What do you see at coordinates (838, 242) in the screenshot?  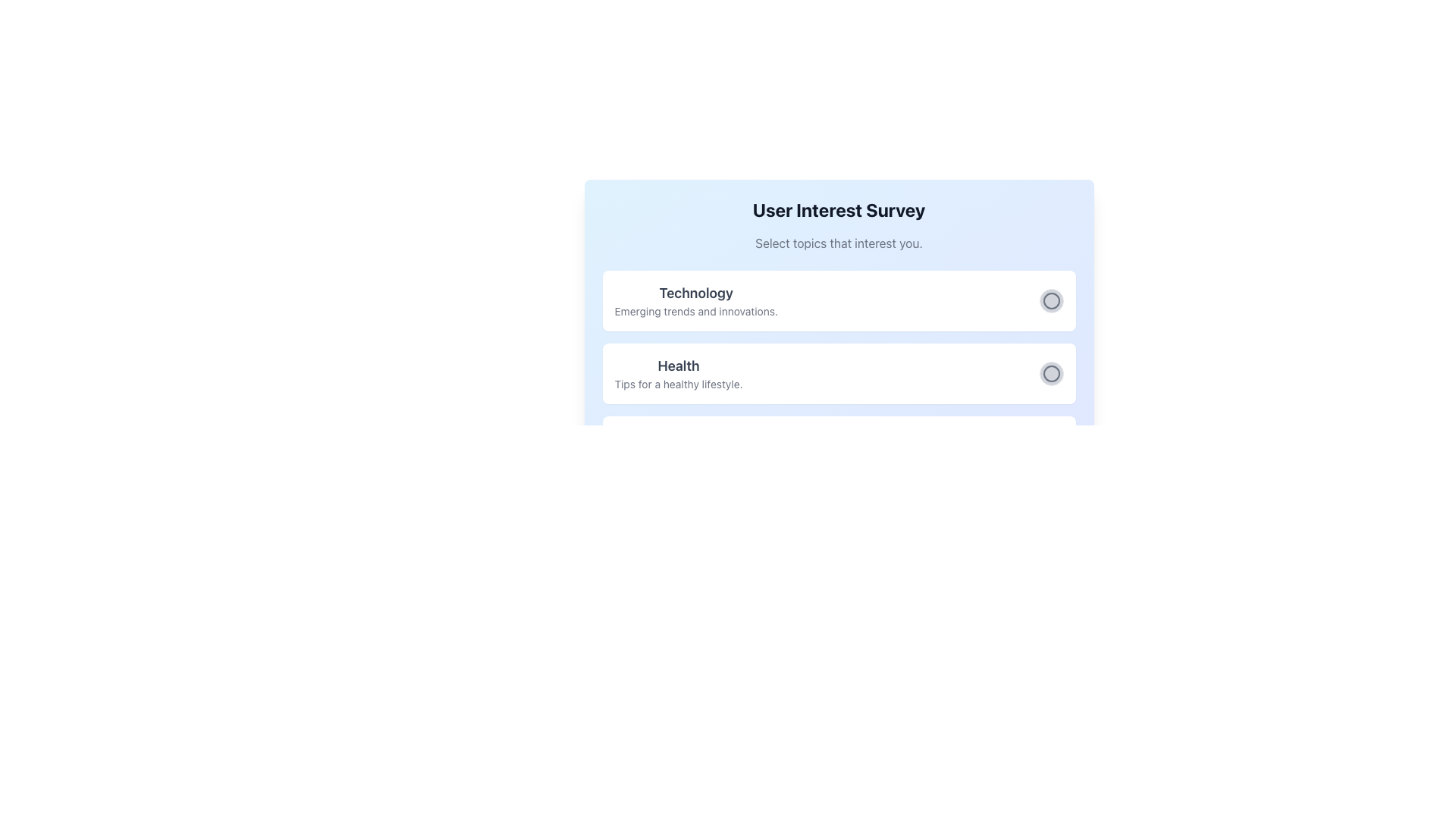 I see `text label displaying 'Select topics that interest you.' which is located beneath the title in the 'User Interest Survey' panel` at bounding box center [838, 242].